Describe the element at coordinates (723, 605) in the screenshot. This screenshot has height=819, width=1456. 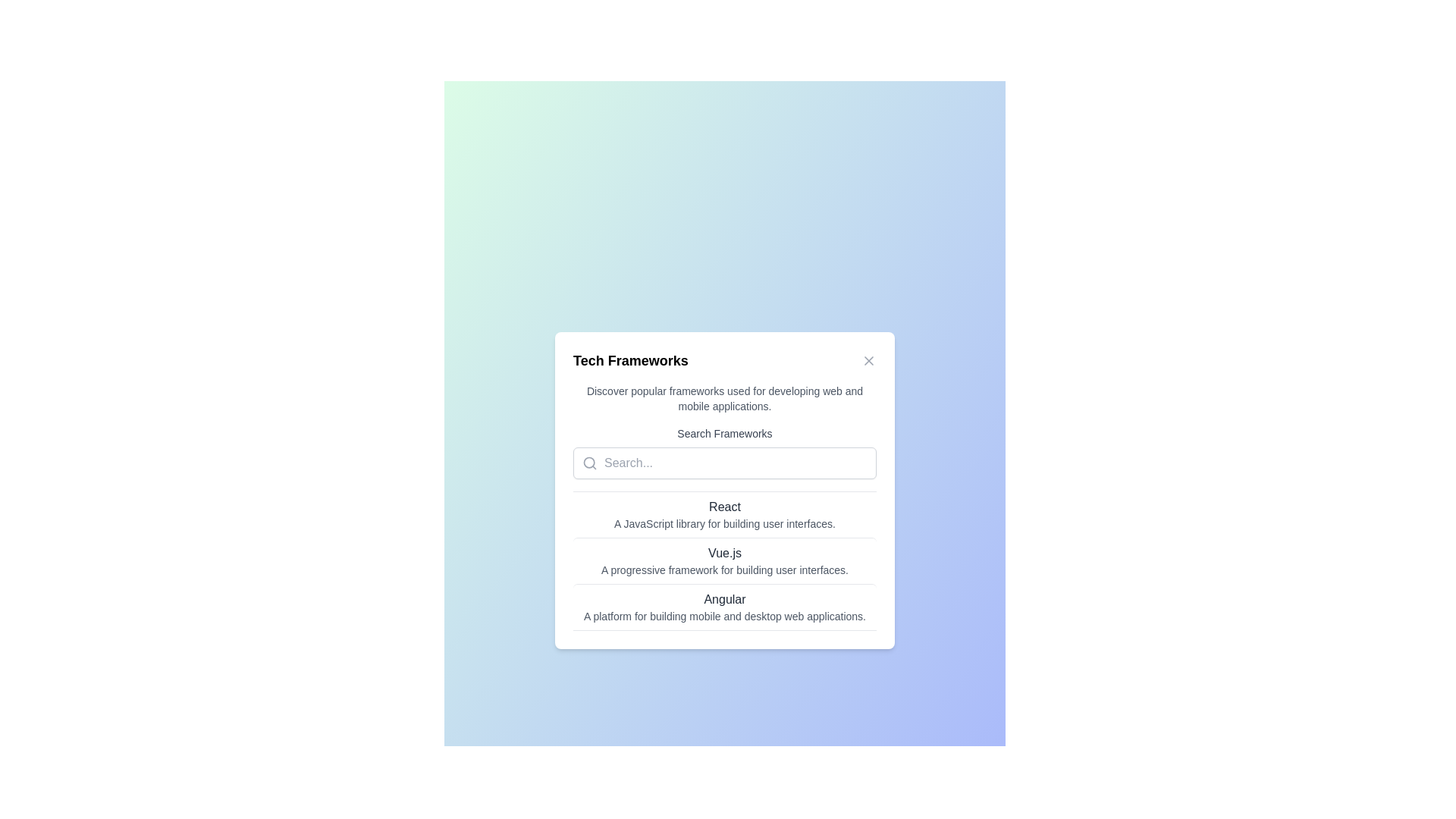
I see `the informational card labeled 'Angular' which describes it as 'A platform for building mobile and desktop web applications.' This card is the third item in the 'Tech Frameworks' section and is visually distinct with a bold label and smaller descriptive text` at that location.